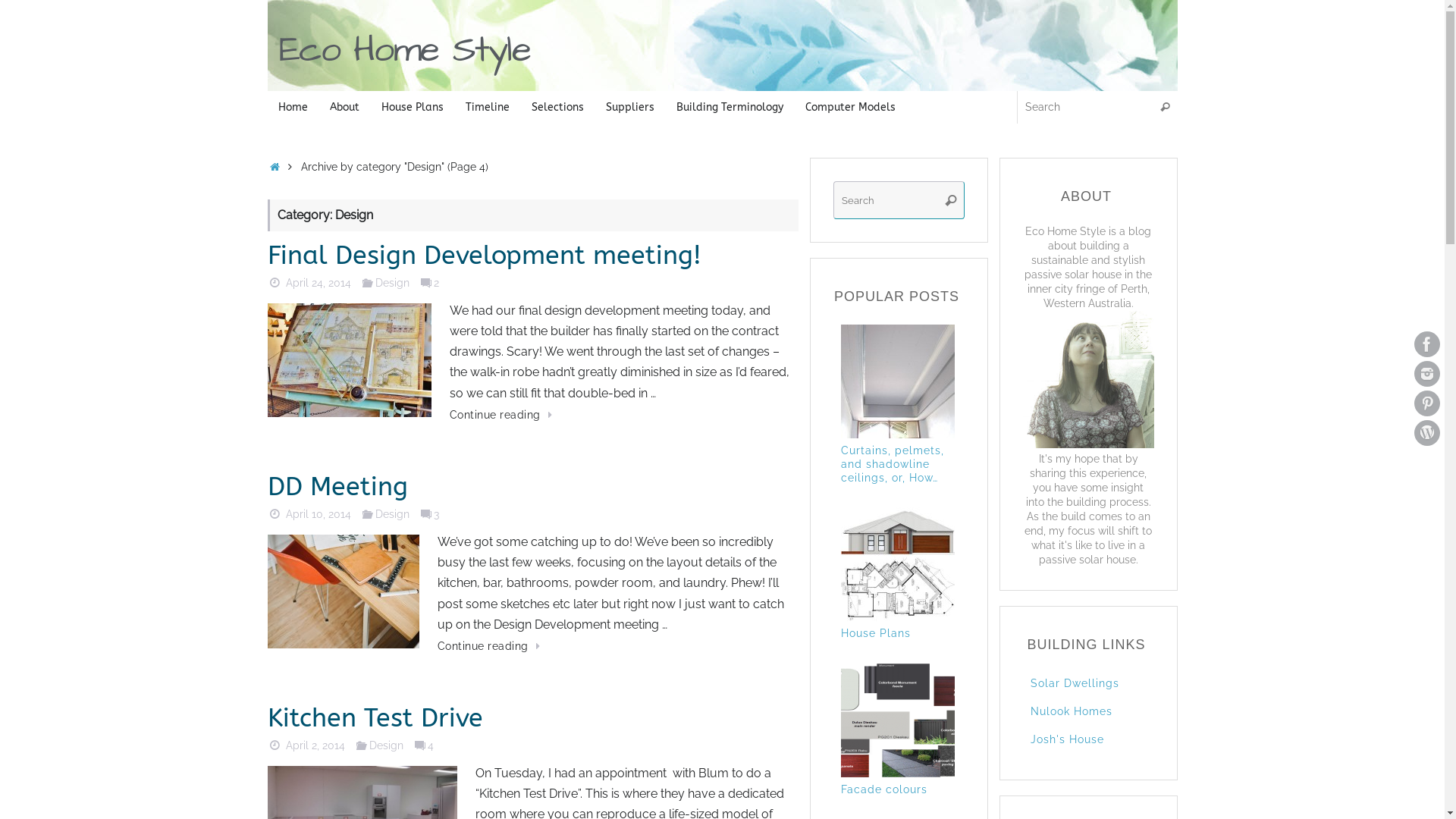 This screenshot has width=1456, height=819. What do you see at coordinates (428, 513) in the screenshot?
I see `'3'` at bounding box center [428, 513].